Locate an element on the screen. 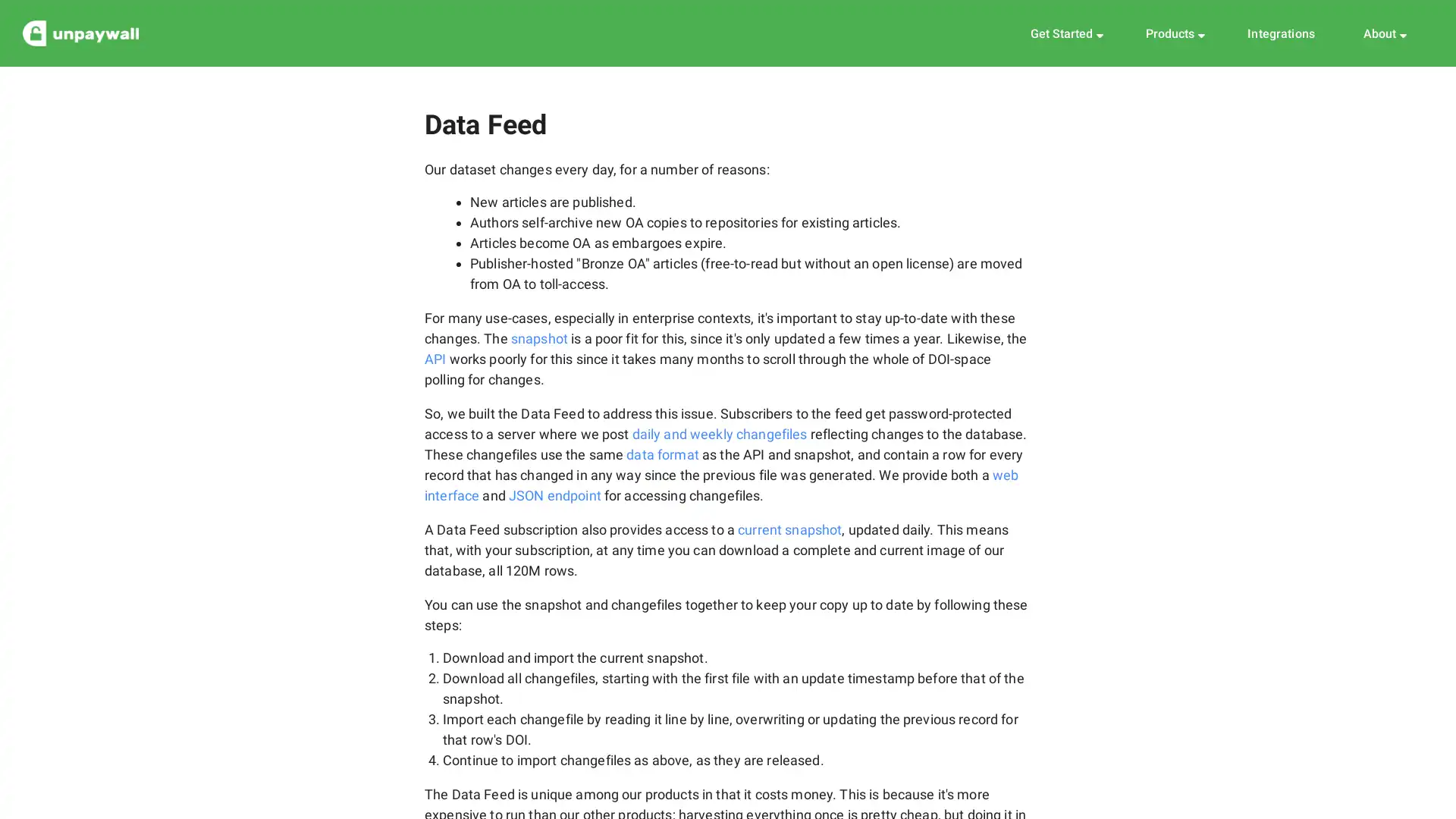  Get Started is located at coordinates (1065, 33).